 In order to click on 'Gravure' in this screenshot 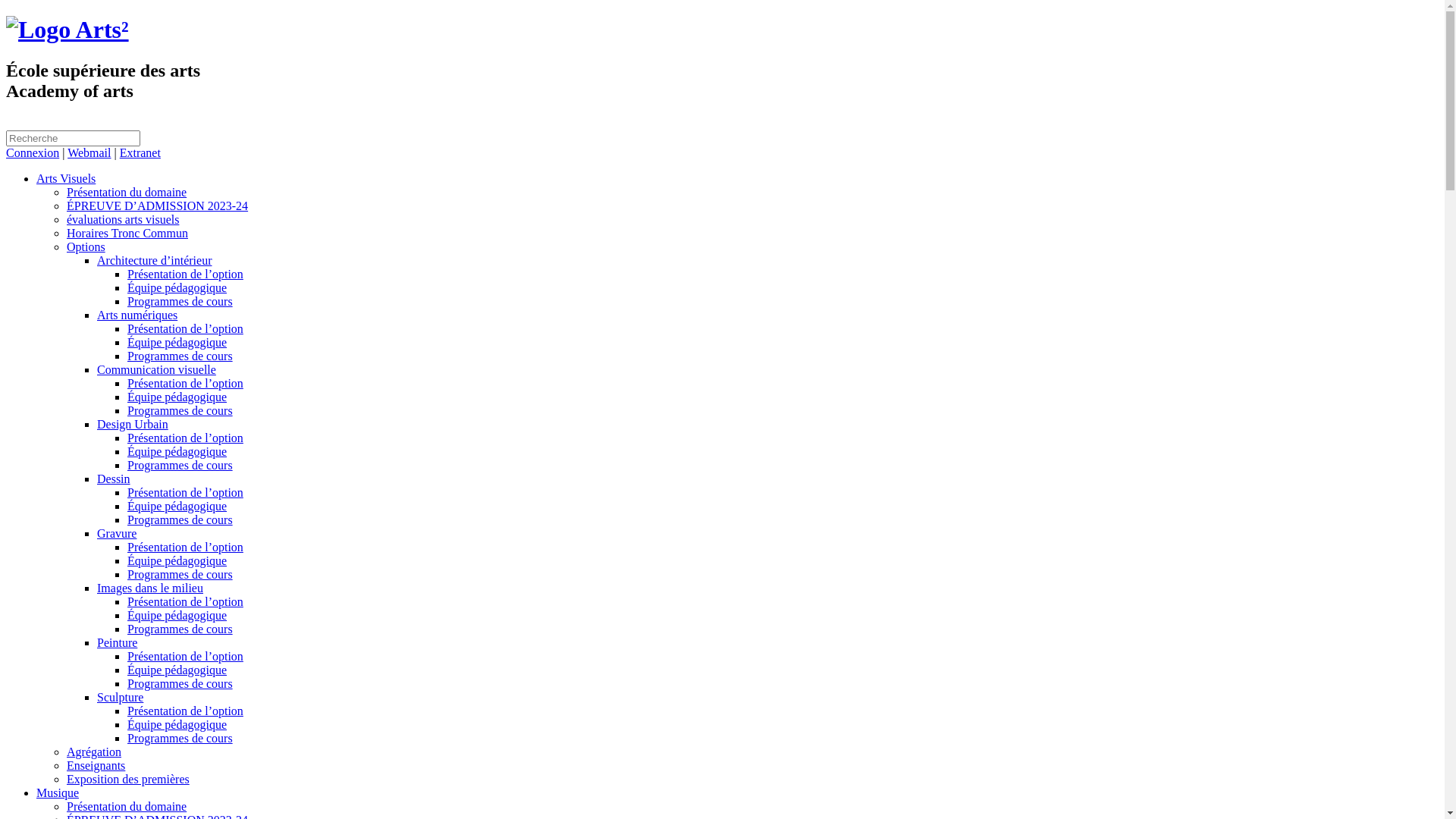, I will do `click(115, 532)`.